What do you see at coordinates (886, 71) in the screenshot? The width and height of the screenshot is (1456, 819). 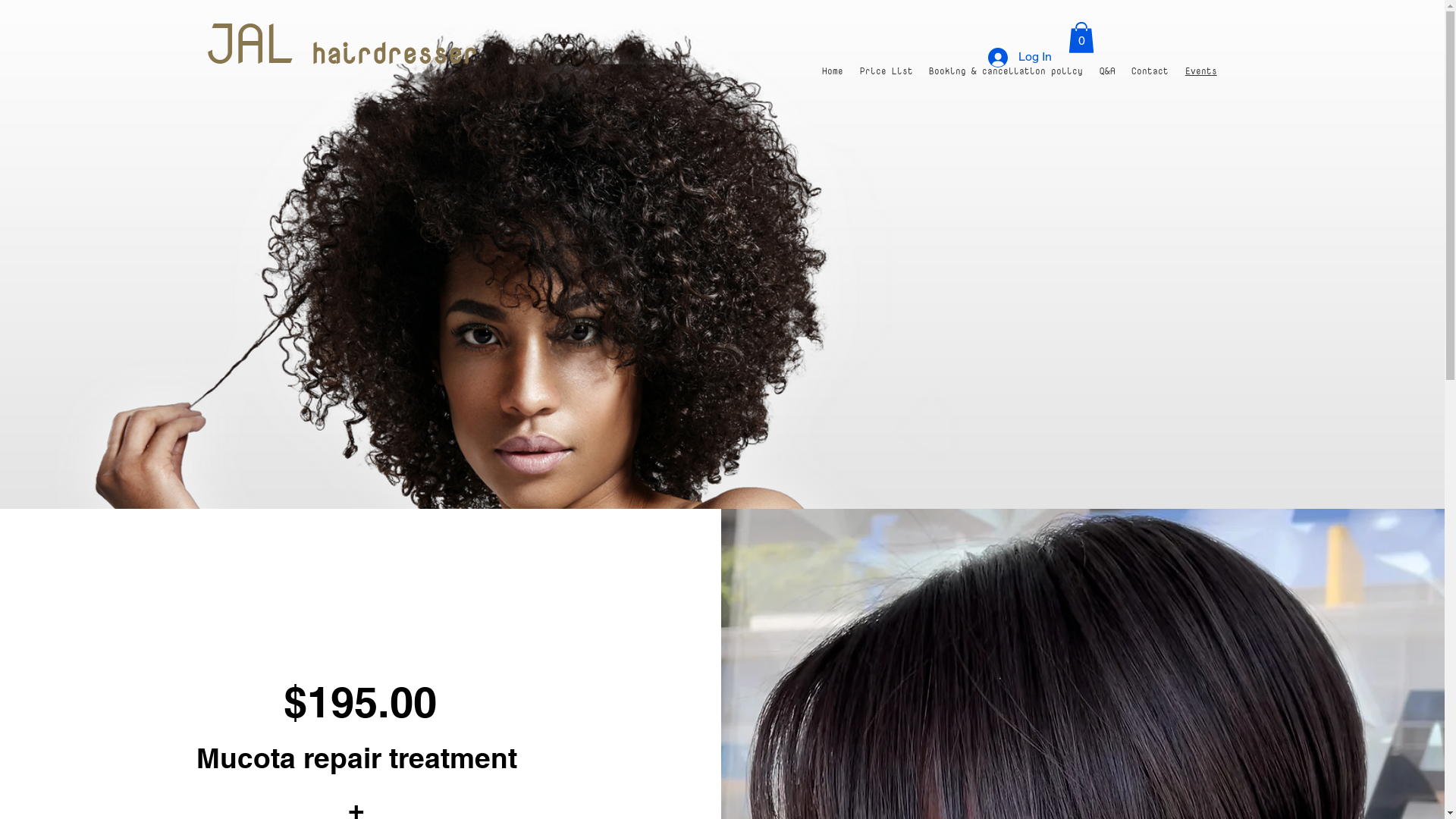 I see `'Price List'` at bounding box center [886, 71].